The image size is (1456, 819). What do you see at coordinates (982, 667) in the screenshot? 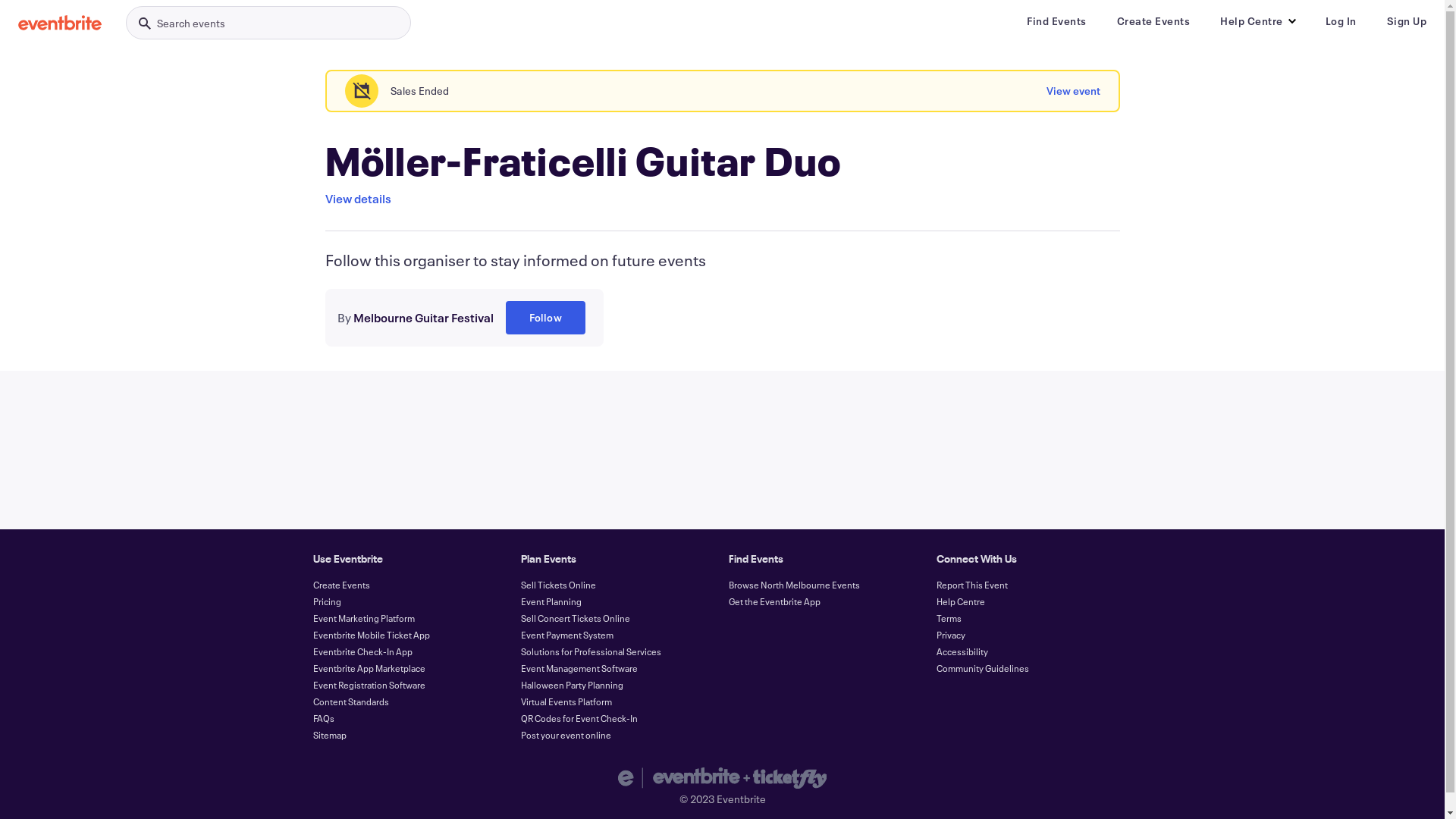
I see `'Community Guidelines'` at bounding box center [982, 667].